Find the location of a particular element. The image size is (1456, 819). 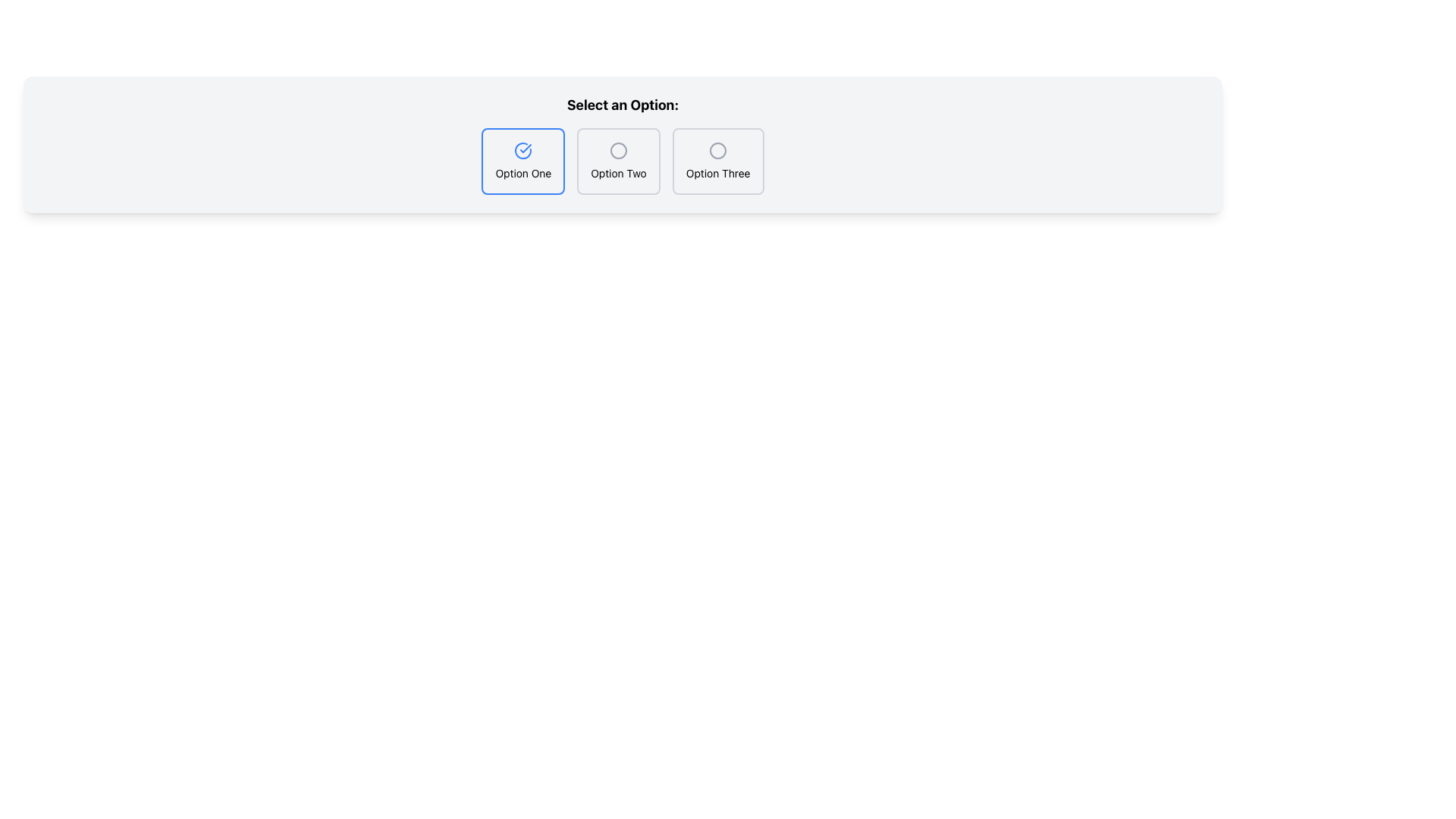

the 'Option Three' selectable option located on the far right below the title 'Select an Option:' is located at coordinates (717, 161).